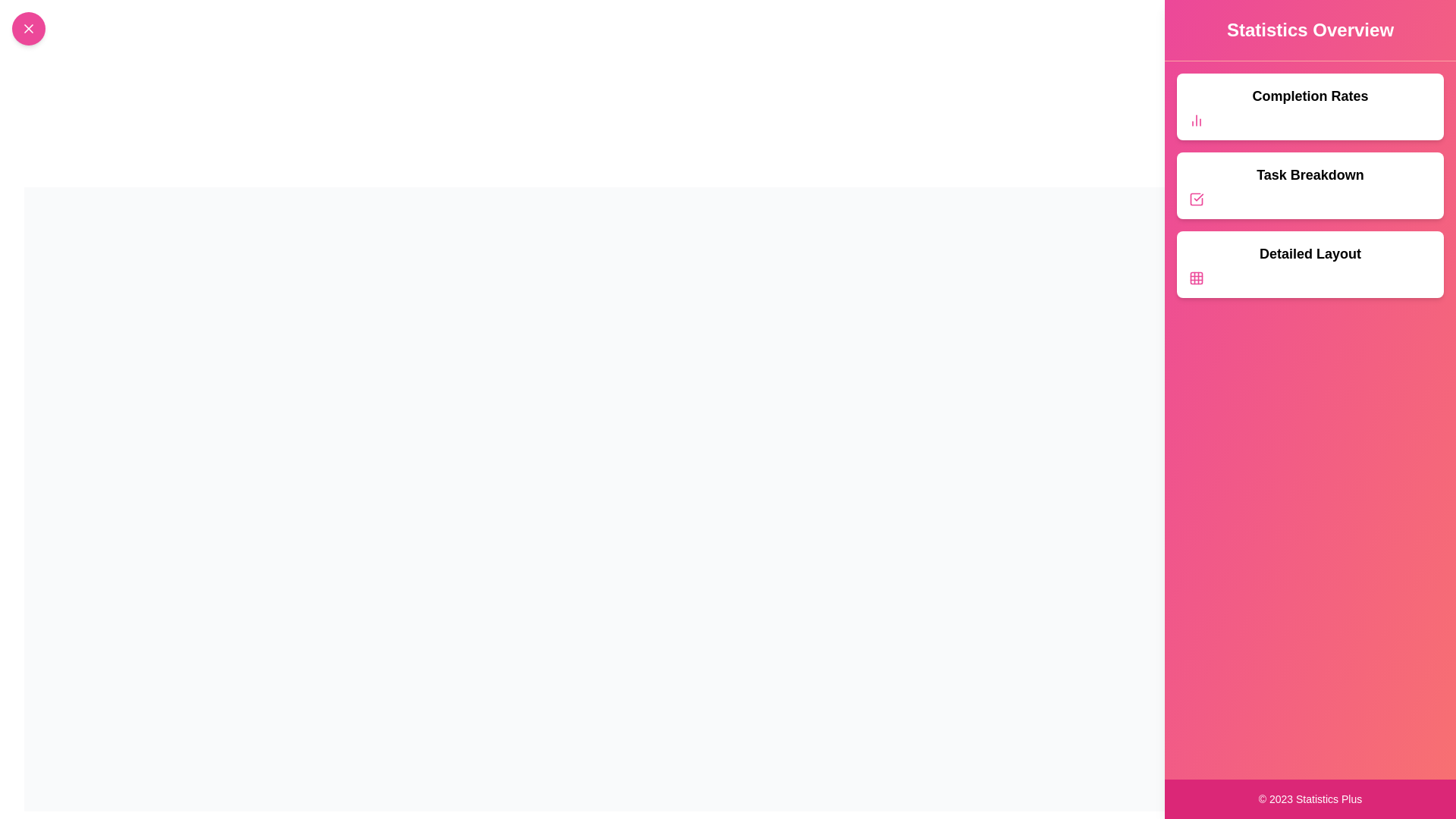 Image resolution: width=1456 pixels, height=819 pixels. Describe the element at coordinates (1310, 106) in the screenshot. I see `the 'Completion Rates' section to interact with it` at that location.